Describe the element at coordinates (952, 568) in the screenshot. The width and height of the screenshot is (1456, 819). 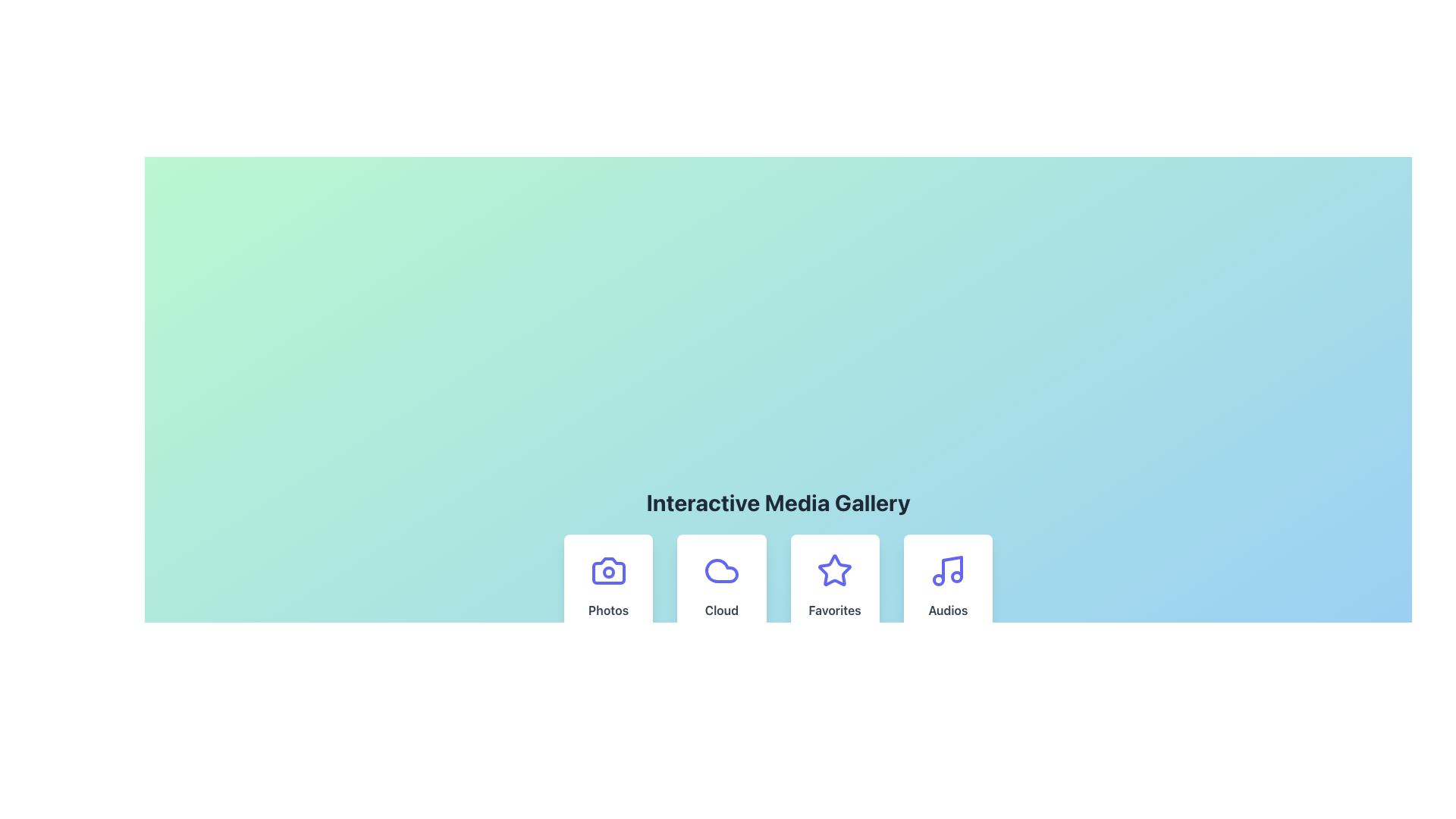
I see `the 'Audios' icon, which features a musical note graphic, located at the bottom right section of the interface` at that location.